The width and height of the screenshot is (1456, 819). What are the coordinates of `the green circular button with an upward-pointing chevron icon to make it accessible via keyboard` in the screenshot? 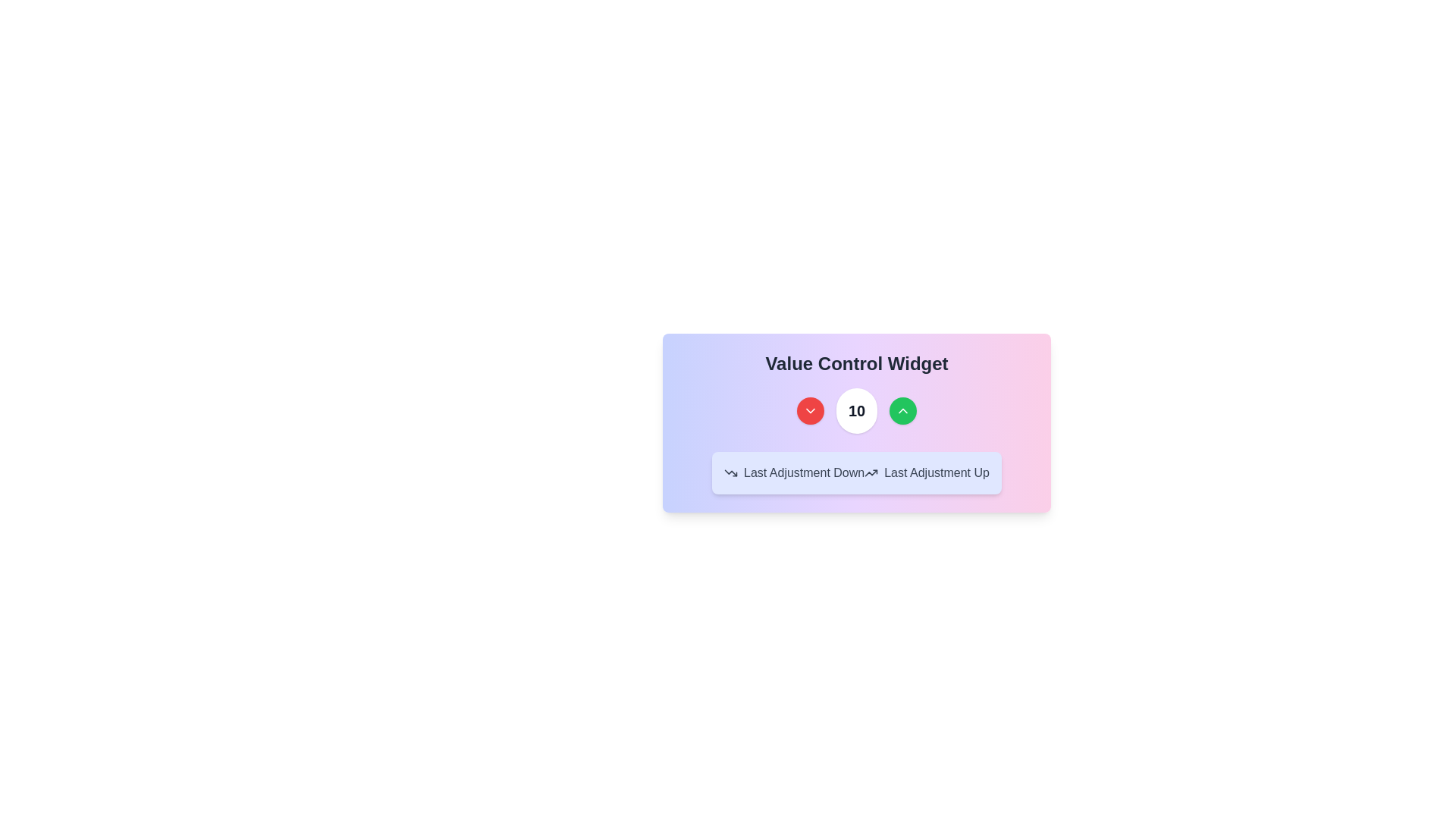 It's located at (903, 411).